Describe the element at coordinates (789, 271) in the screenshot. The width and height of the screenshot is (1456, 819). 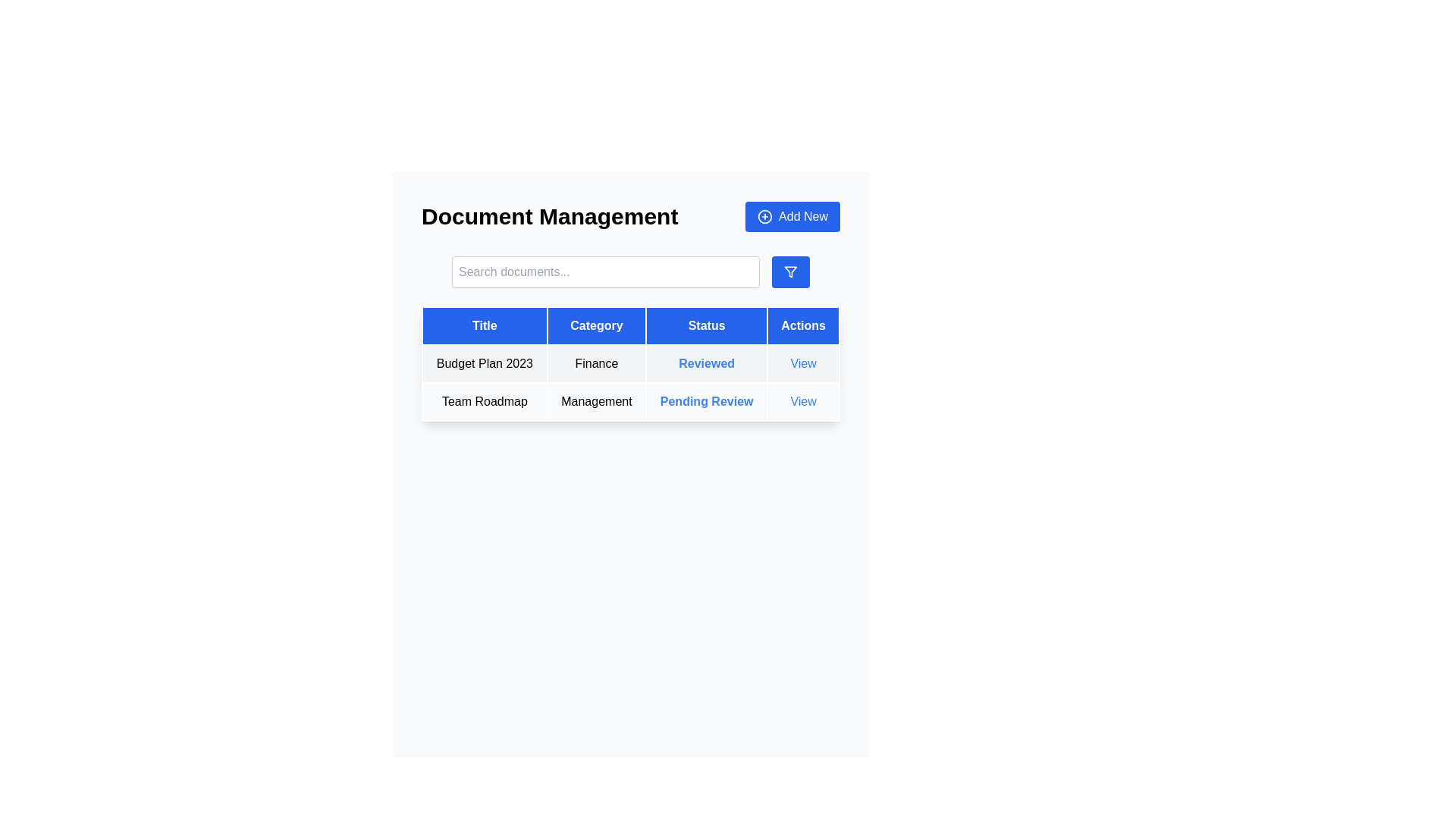
I see `the filter icon located in the top right corner of the interface, adjacent to the text search input box and beneath the 'Add New' button` at that location.